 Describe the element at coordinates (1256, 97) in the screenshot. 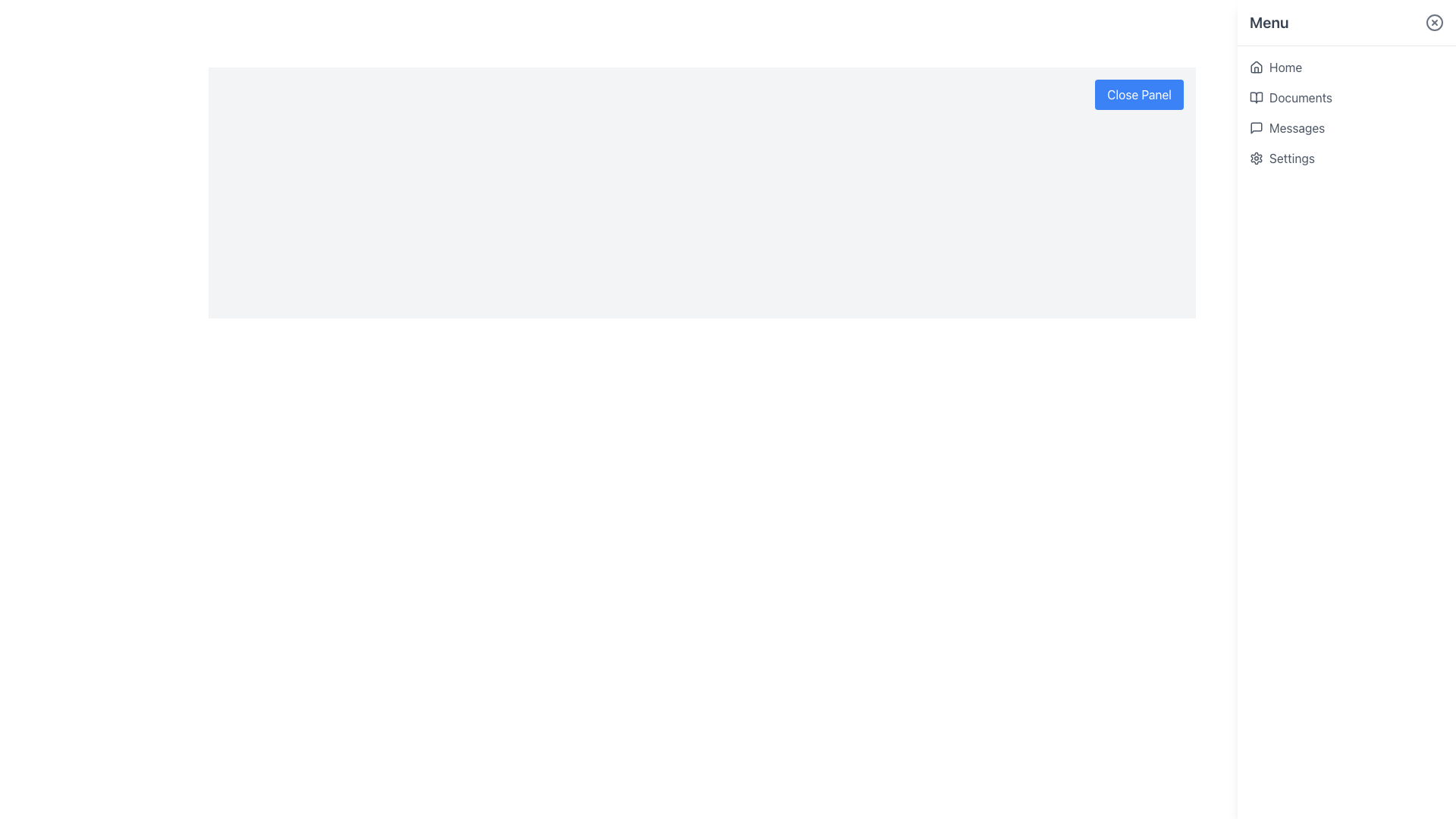

I see `the open book icon in the navigation menu, which represents the 'Documents' section and is located beside the 'Documents' text label` at that location.